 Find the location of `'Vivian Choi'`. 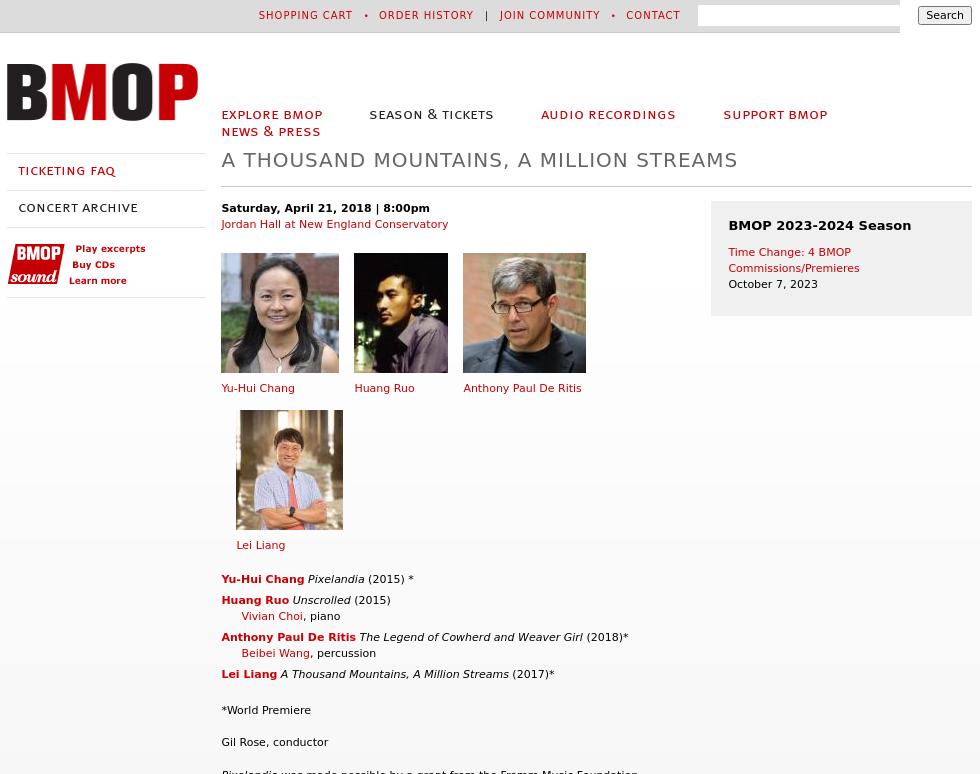

'Vivian Choi' is located at coordinates (271, 614).